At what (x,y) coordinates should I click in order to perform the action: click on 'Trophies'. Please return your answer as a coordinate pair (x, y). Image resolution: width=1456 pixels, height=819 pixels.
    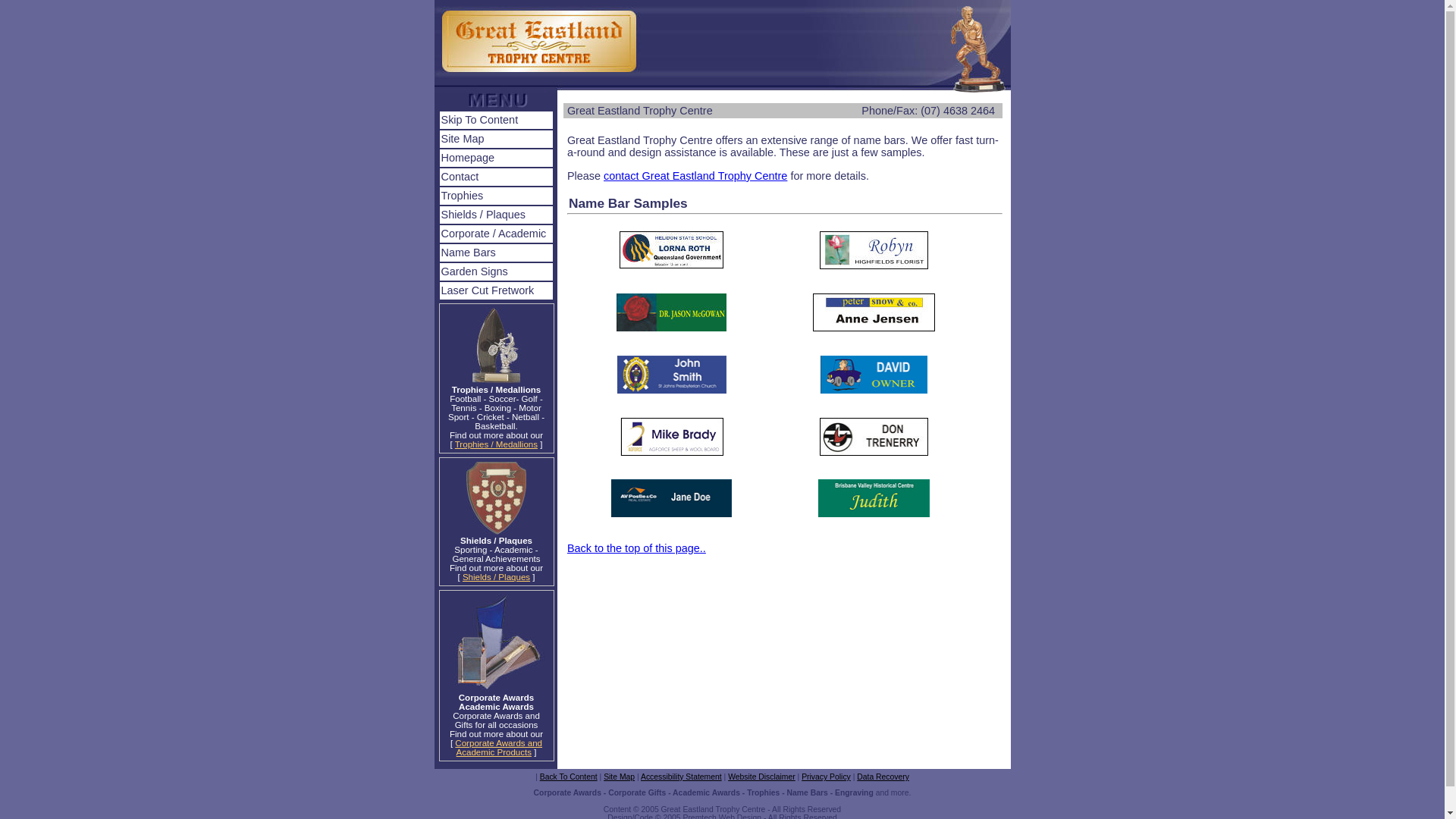
    Looking at the image, I should click on (496, 195).